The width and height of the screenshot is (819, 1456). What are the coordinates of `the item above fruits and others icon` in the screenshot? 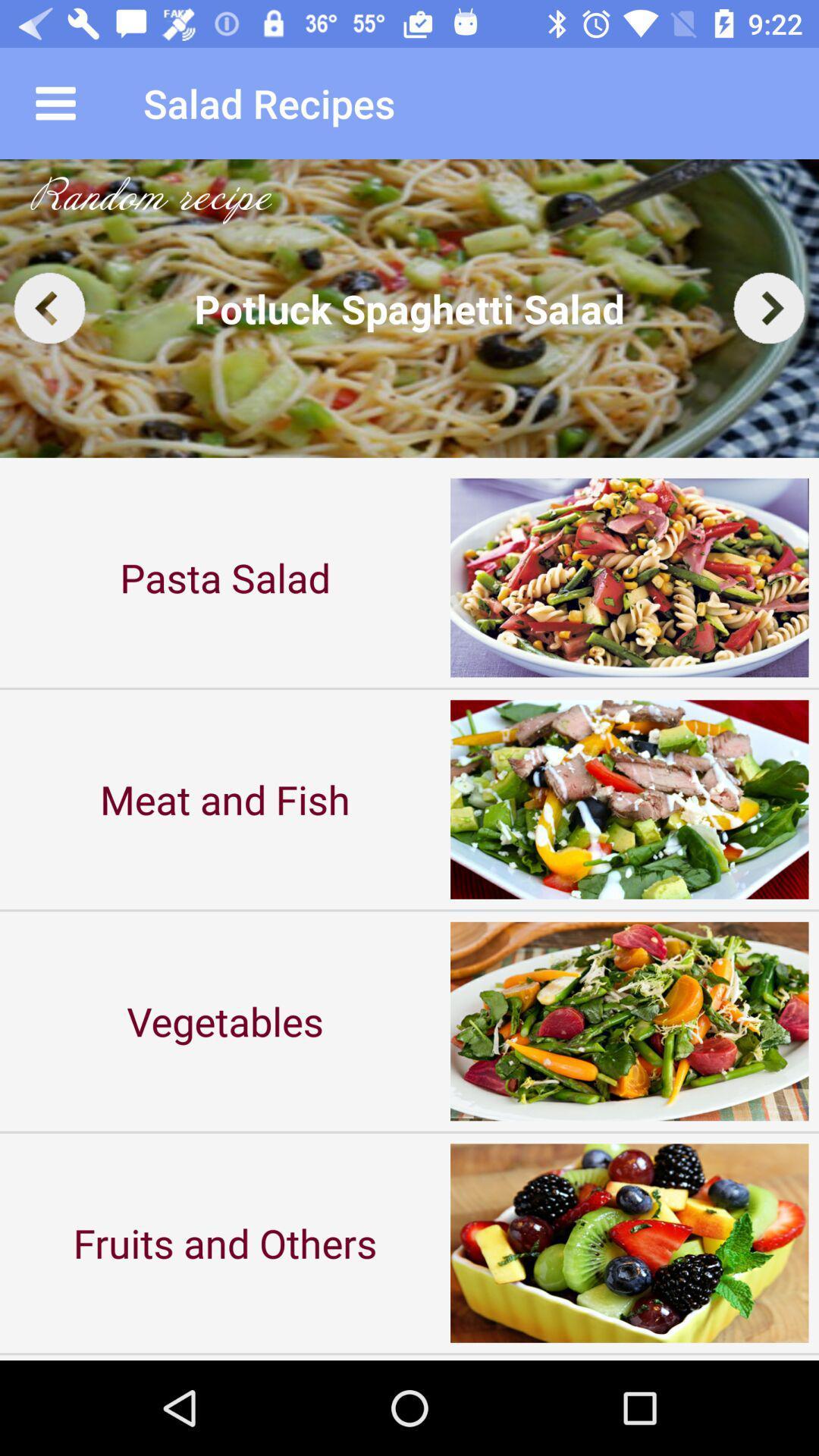 It's located at (225, 1021).